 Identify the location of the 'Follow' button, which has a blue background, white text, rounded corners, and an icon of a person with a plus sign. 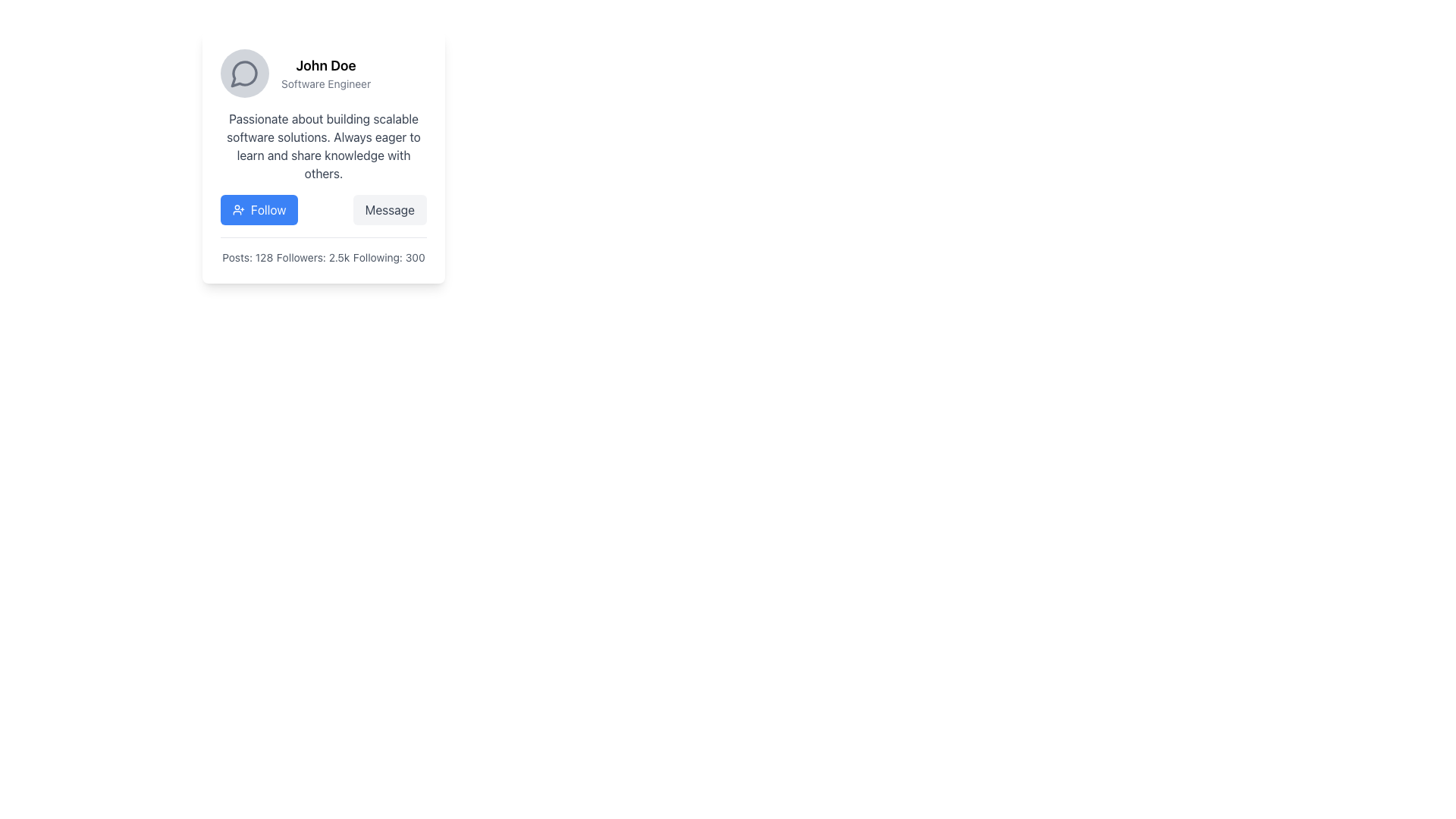
(259, 210).